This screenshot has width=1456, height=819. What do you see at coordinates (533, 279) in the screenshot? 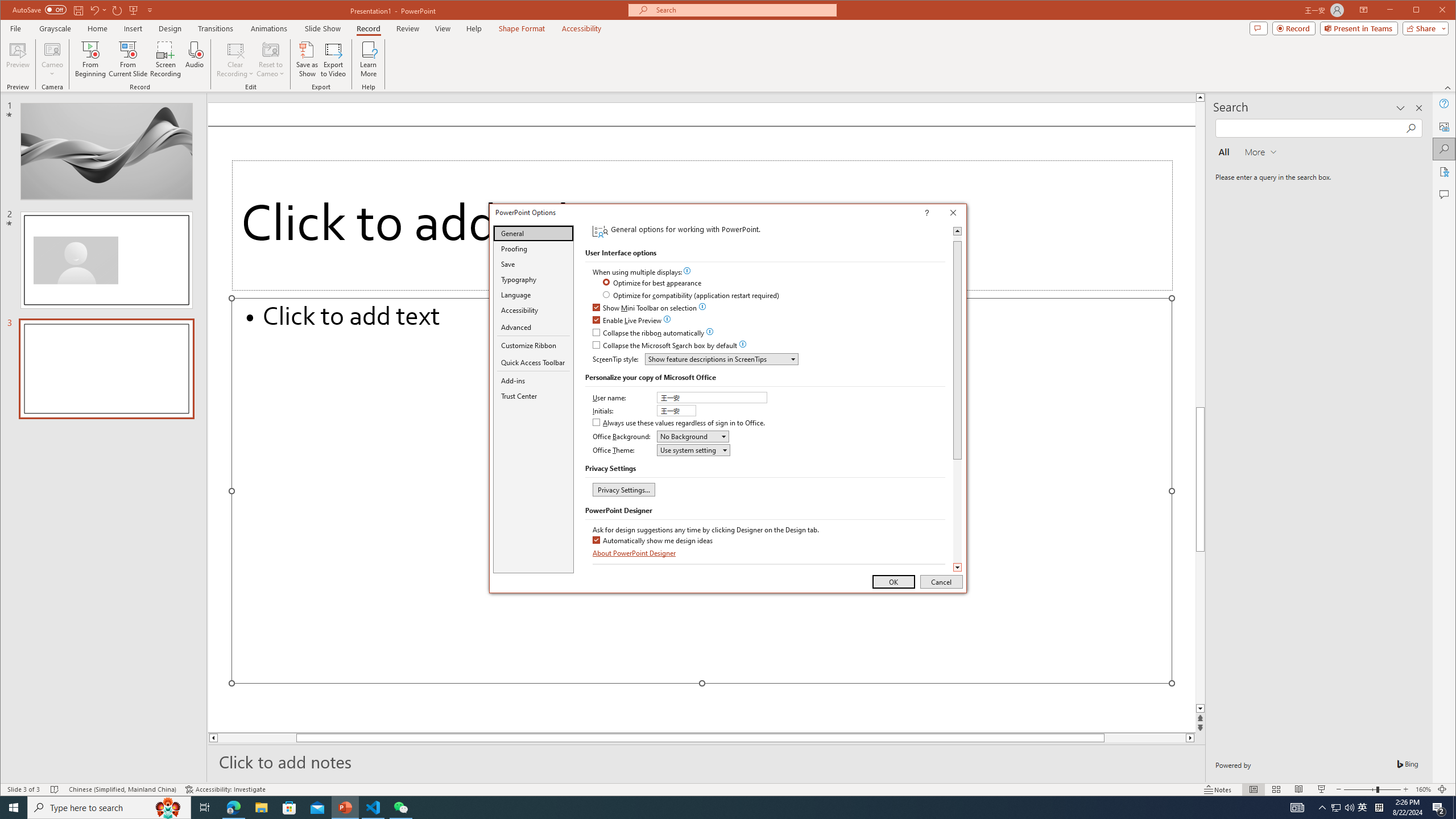
I see `'Typography'` at bounding box center [533, 279].